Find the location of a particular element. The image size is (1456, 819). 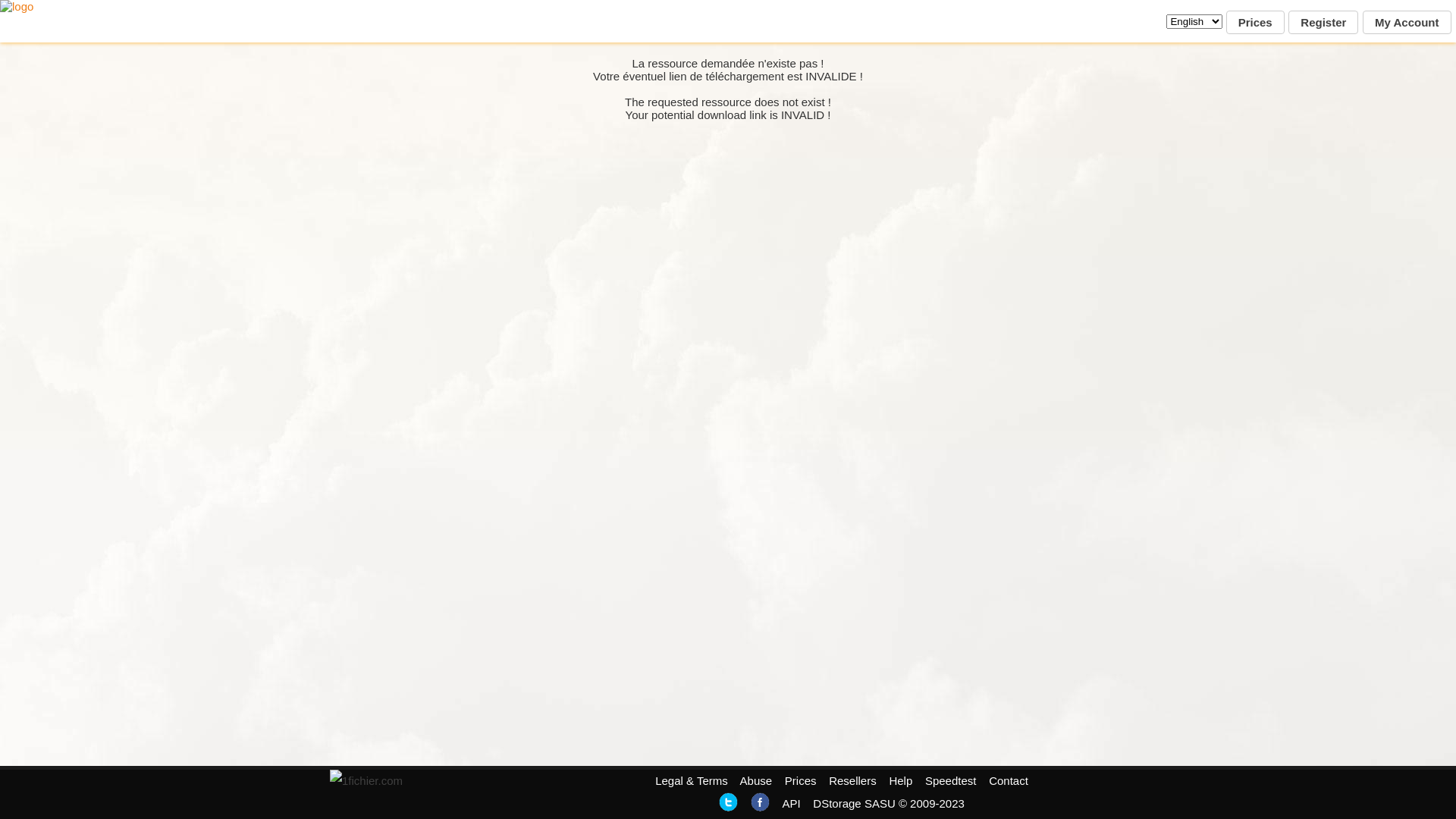

'Register' is located at coordinates (1323, 22).